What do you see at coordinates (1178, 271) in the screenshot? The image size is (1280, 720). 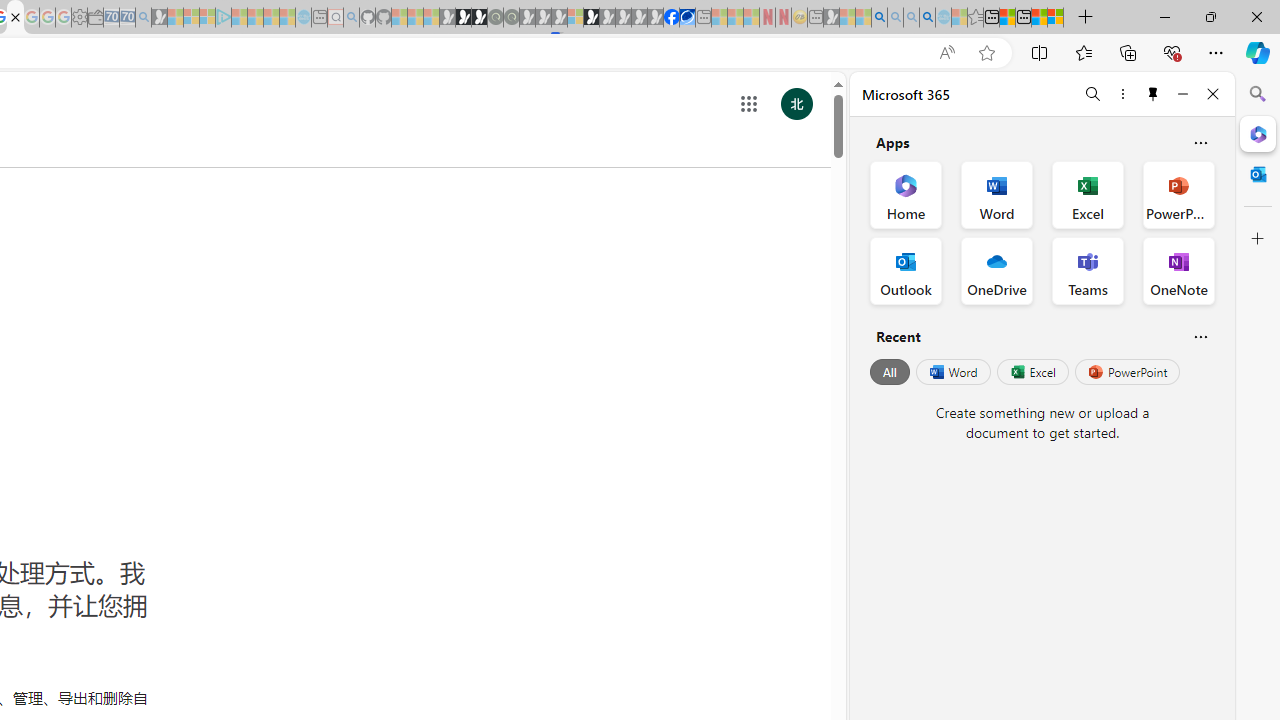 I see `'OneNote Office App'` at bounding box center [1178, 271].